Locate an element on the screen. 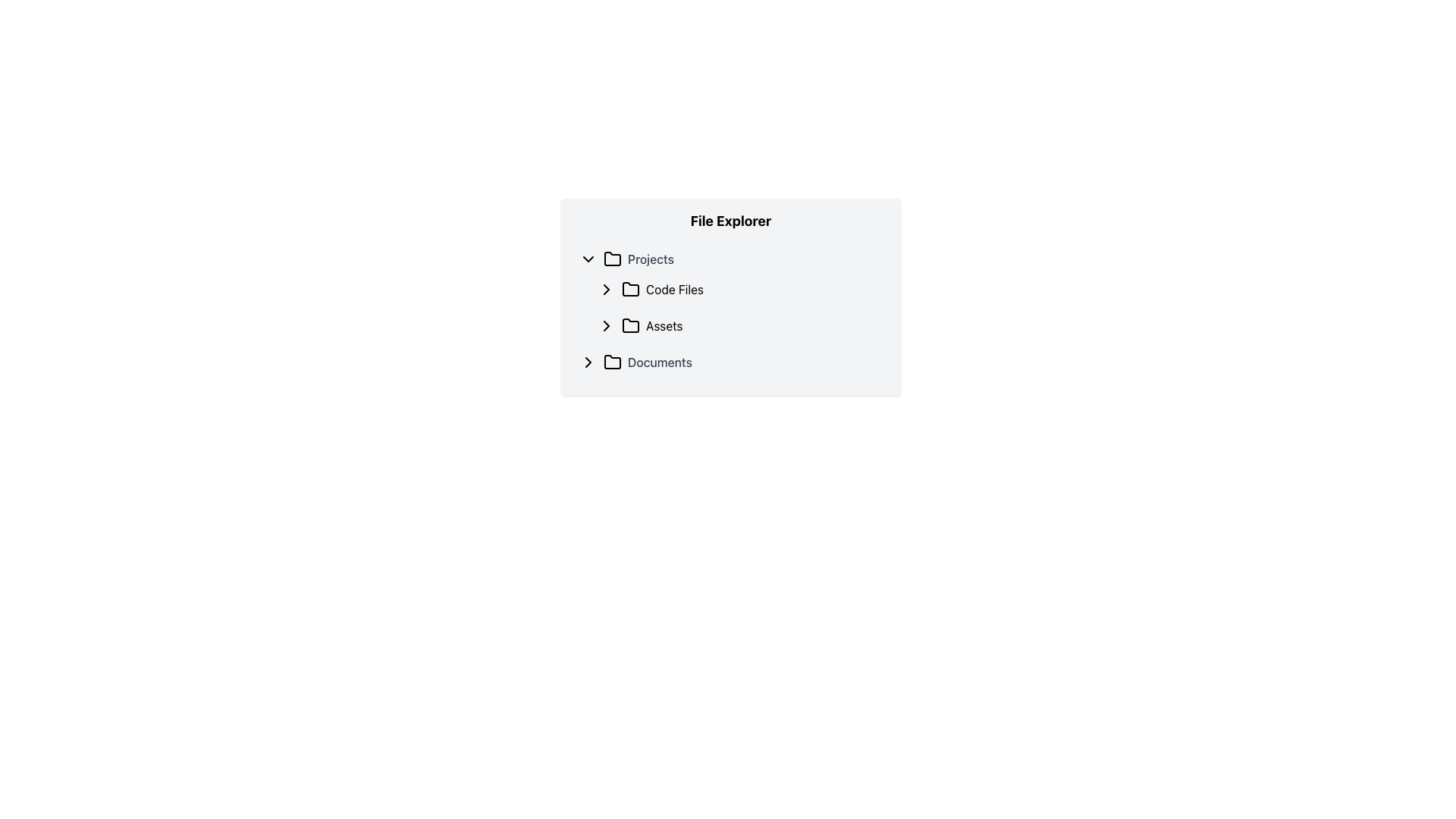 The height and width of the screenshot is (819, 1456). the folder icon, which is a monochromatic graphical representation with rounded corners, located next to the text 'Documents' in the file explorer interface is located at coordinates (612, 362).